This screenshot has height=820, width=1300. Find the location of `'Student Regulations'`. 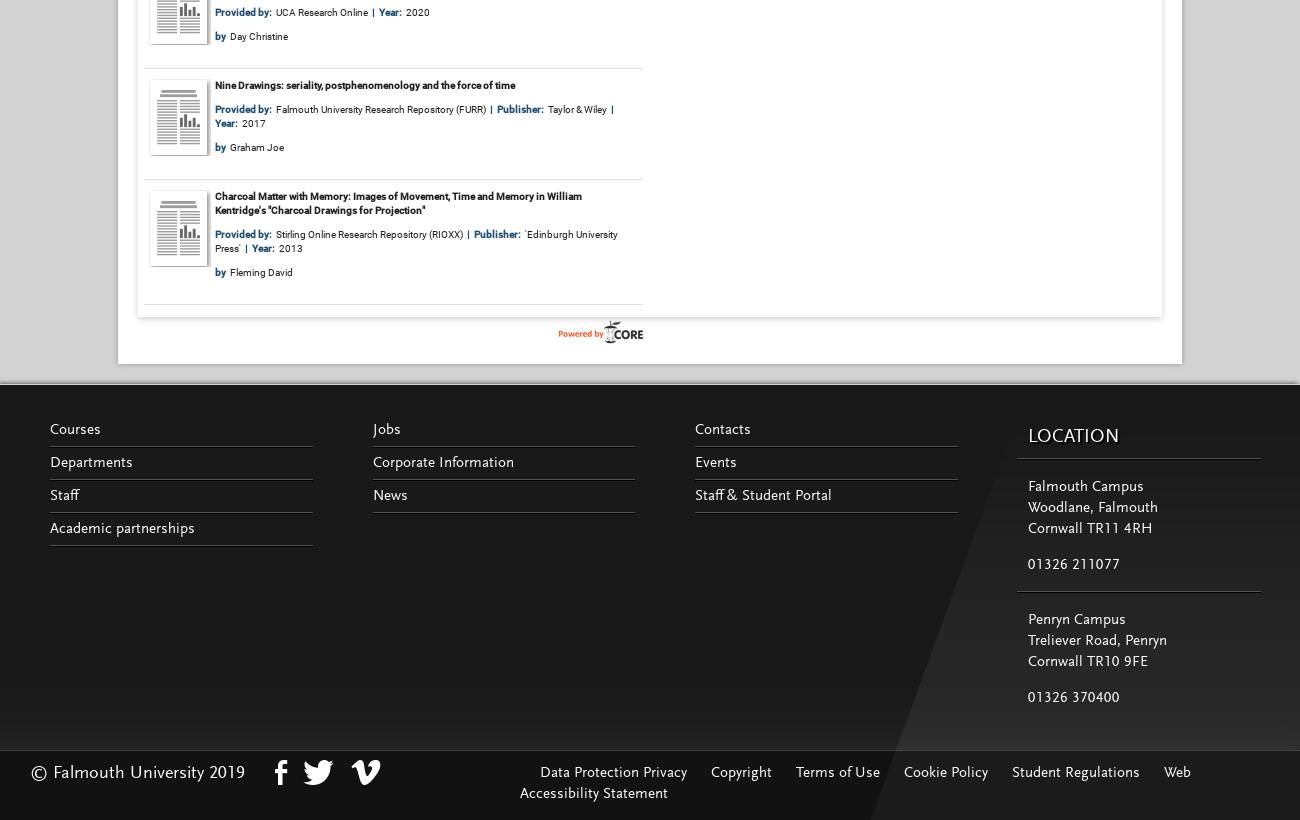

'Student Regulations' is located at coordinates (1076, 772).